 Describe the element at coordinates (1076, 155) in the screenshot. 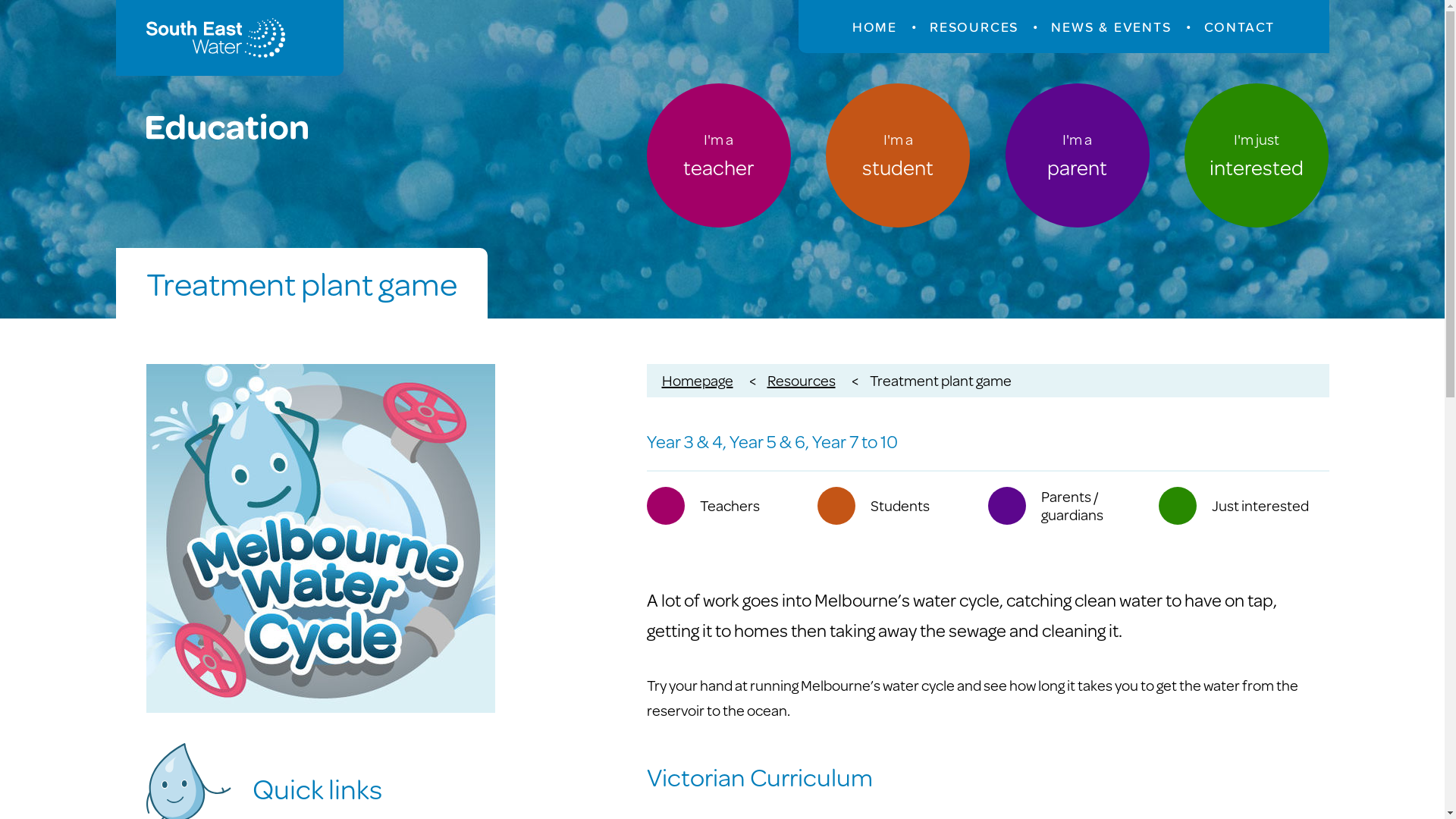

I see `'I'm a` at that location.